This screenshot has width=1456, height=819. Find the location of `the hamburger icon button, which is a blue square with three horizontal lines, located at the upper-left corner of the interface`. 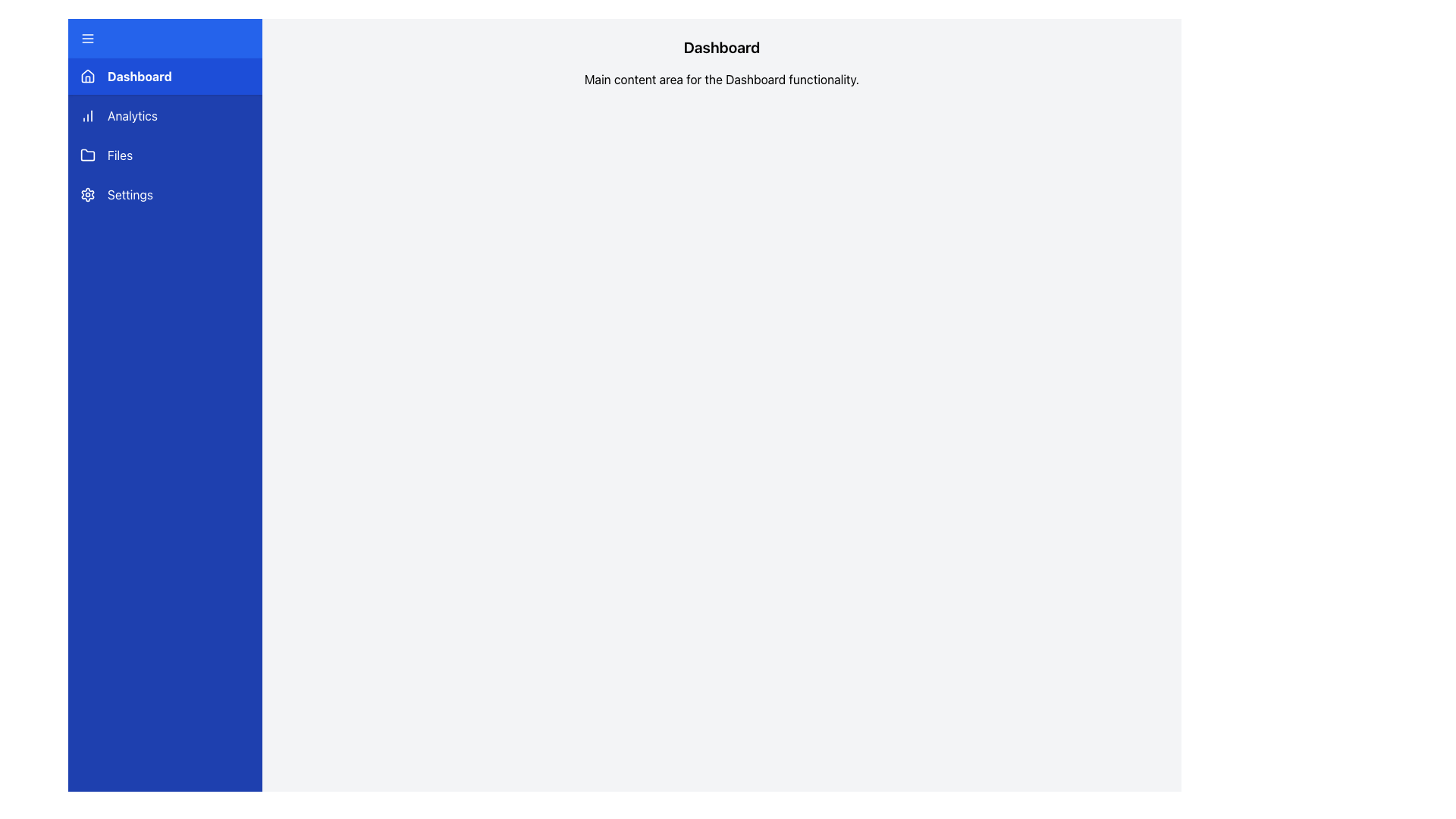

the hamburger icon button, which is a blue square with three horizontal lines, located at the upper-left corner of the interface is located at coordinates (86, 37).